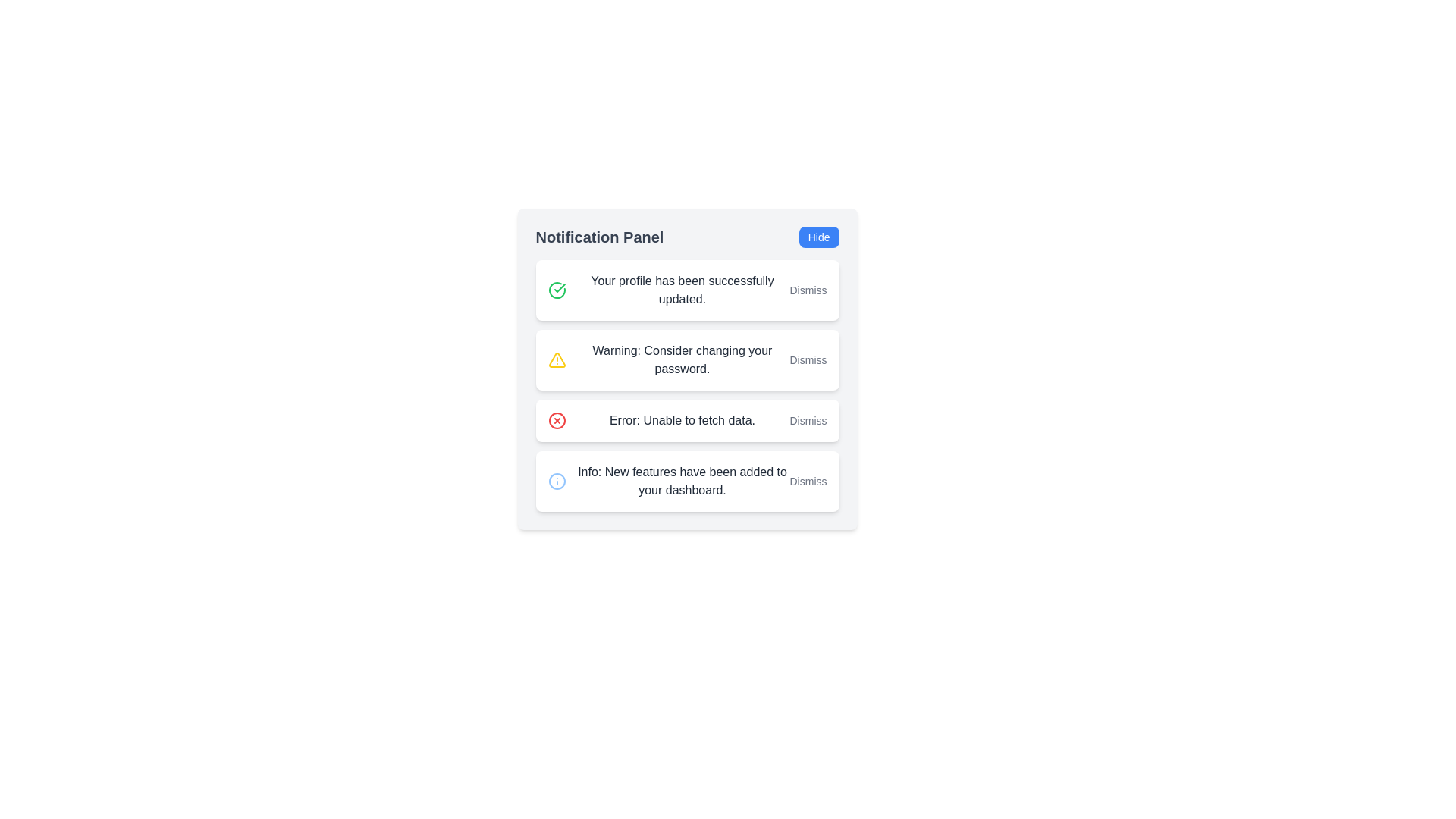 The image size is (1456, 819). What do you see at coordinates (686, 421) in the screenshot?
I see `the third notification alert box that indicates a data fetching error` at bounding box center [686, 421].